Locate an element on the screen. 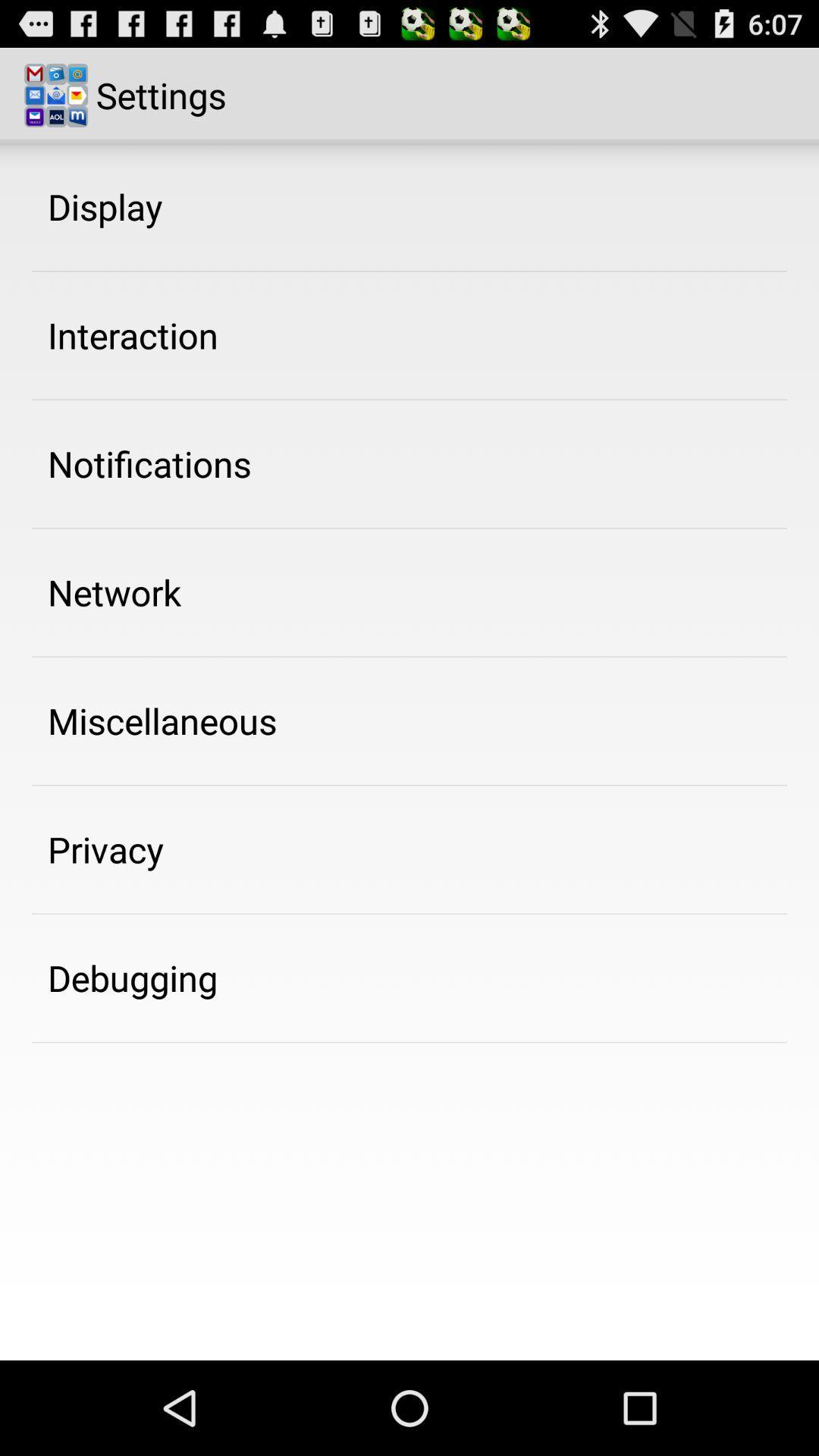  debugging at the bottom left corner is located at coordinates (132, 977).